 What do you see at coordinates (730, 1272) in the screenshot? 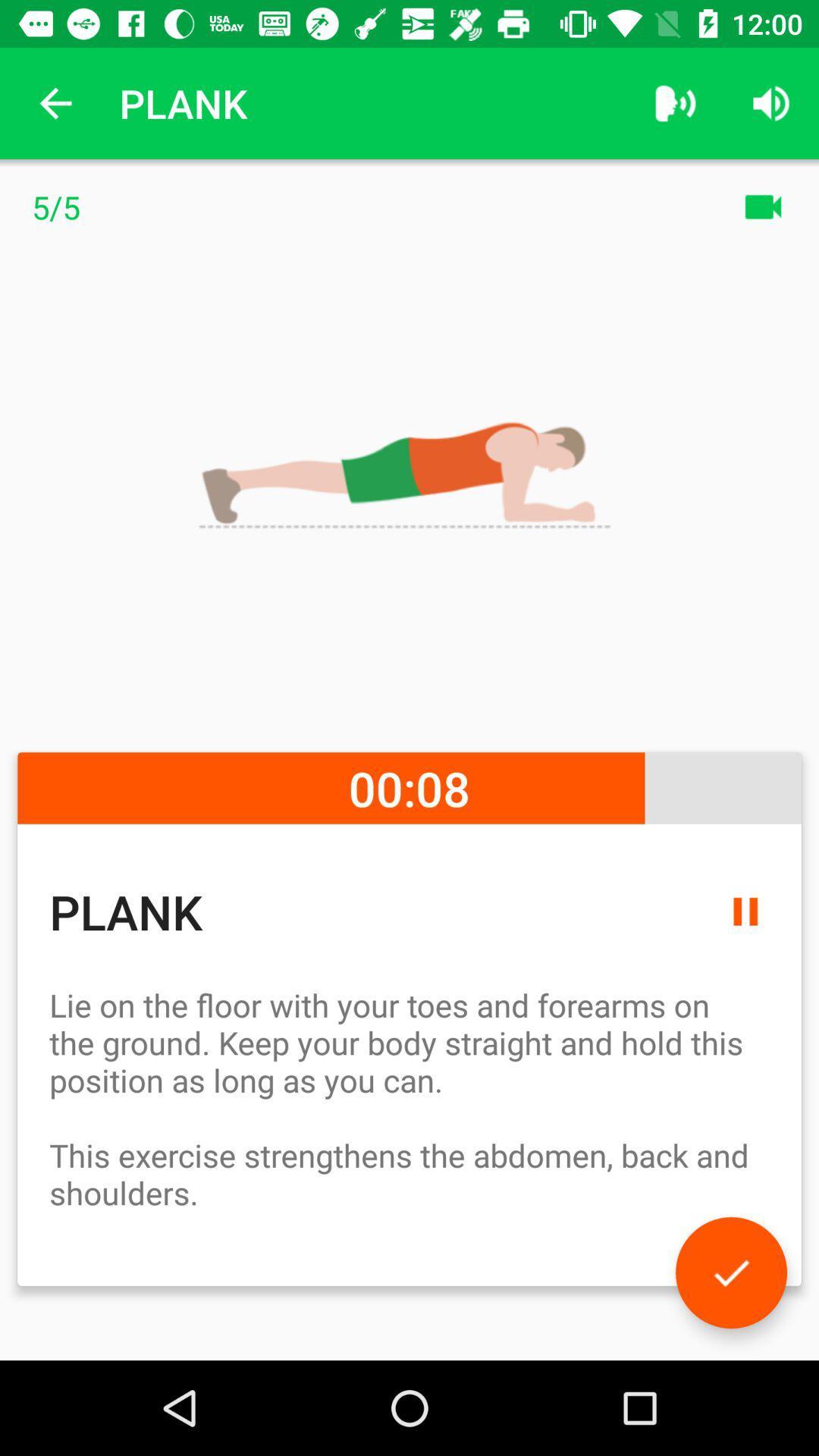
I see `the check icon` at bounding box center [730, 1272].